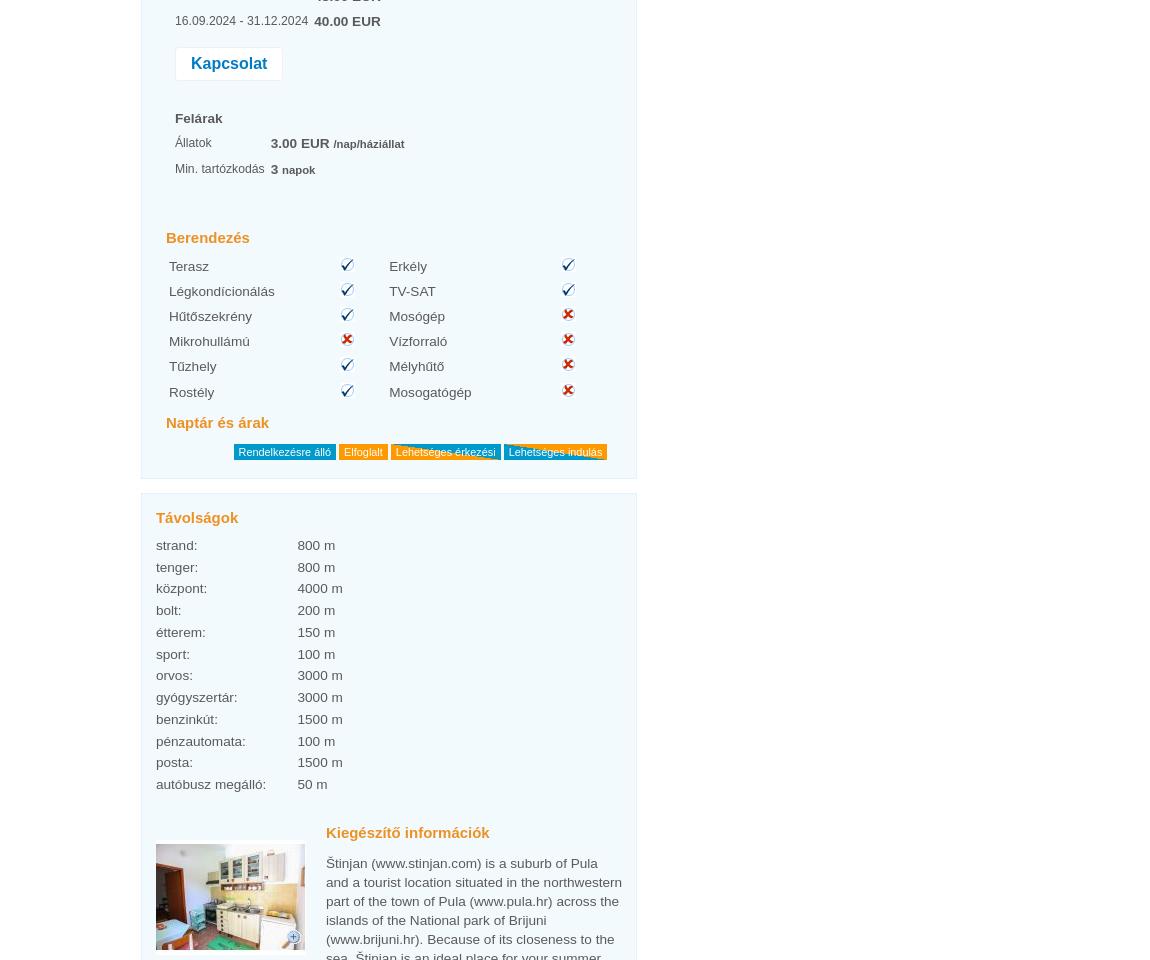 The image size is (1150, 960). I want to click on '15.07.2024 - 18.08.2024', so click(240, 693).